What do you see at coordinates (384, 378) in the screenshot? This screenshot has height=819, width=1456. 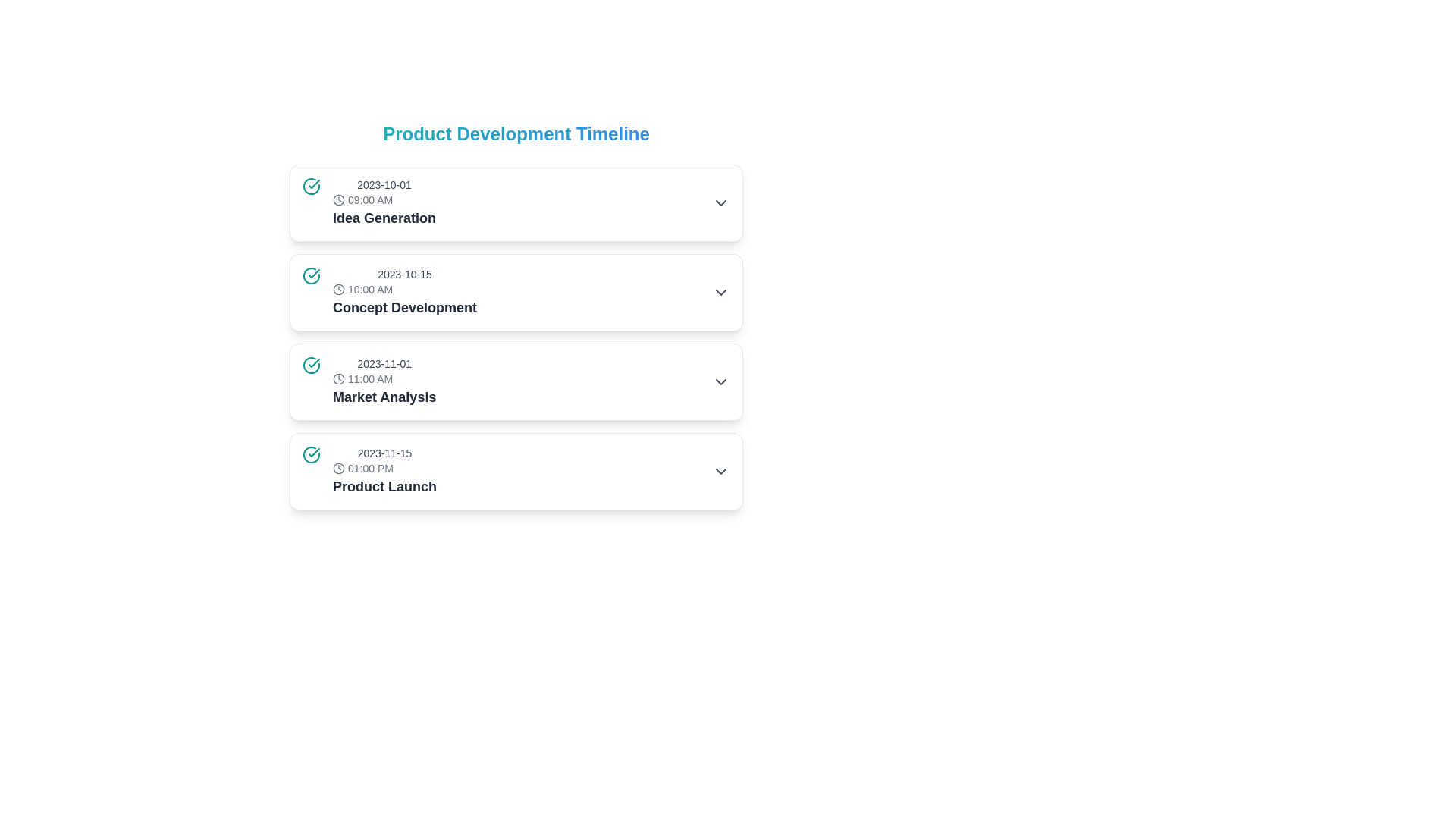 I see `the timestamp element displaying '11:00 AM' for the 'Market Analysis' event in the timeline` at bounding box center [384, 378].